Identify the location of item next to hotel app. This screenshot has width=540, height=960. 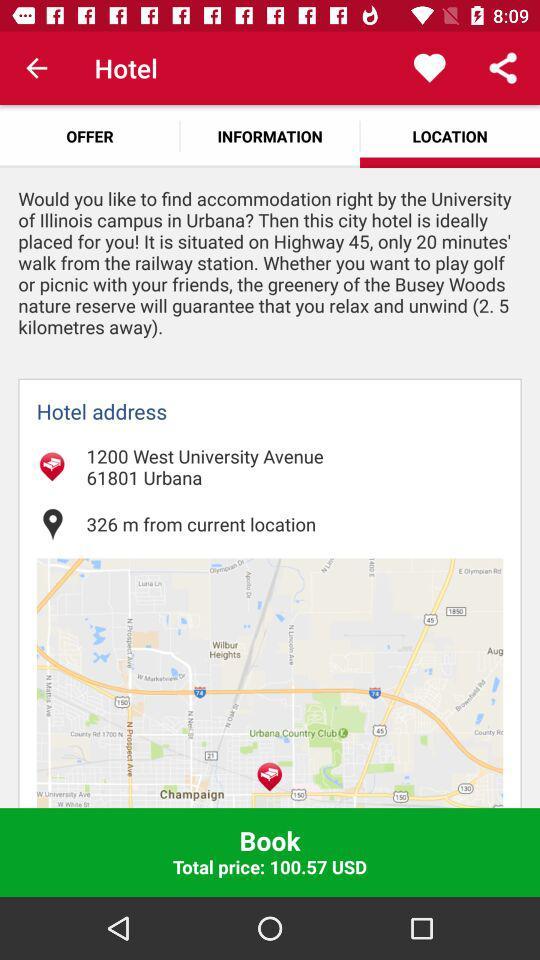
(36, 68).